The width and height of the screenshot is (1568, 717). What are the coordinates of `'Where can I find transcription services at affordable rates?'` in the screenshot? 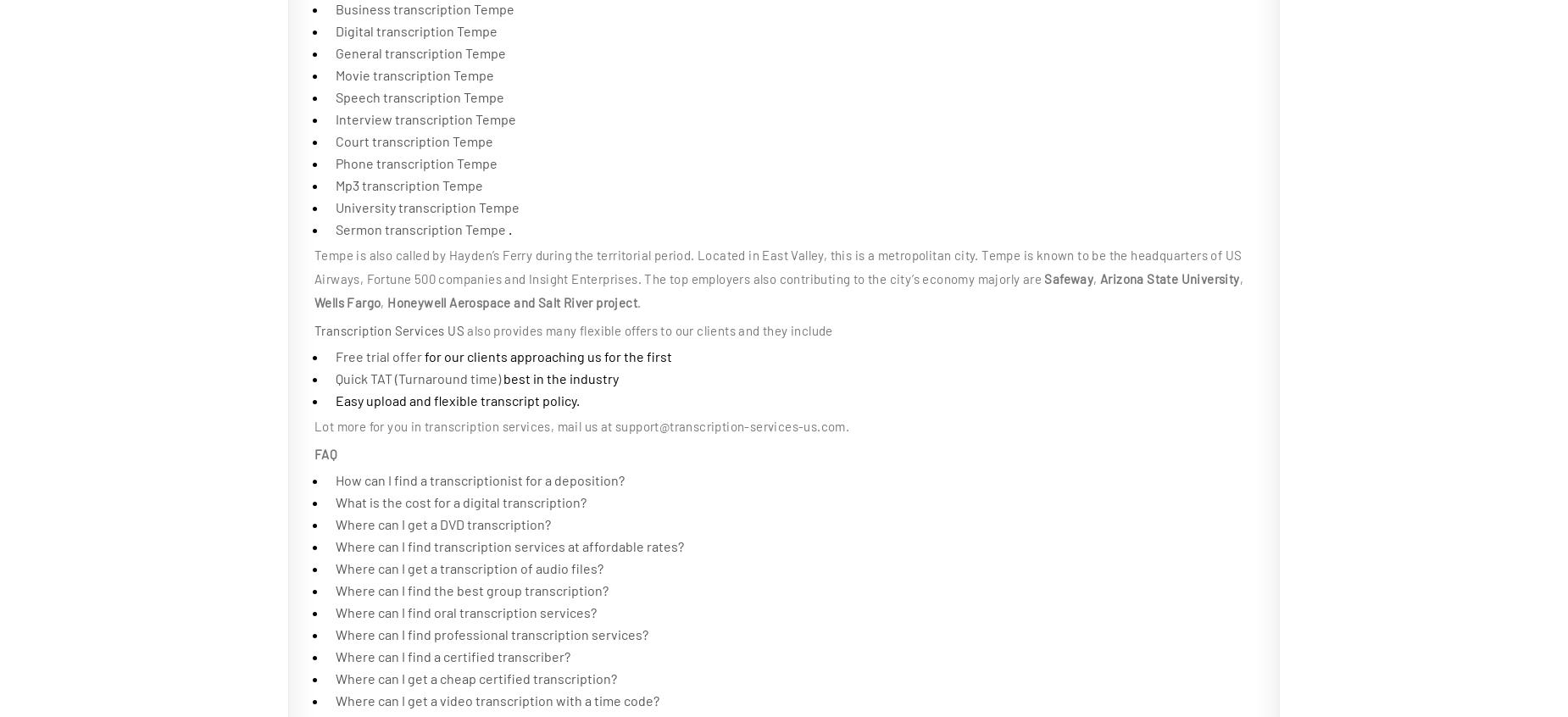 It's located at (509, 546).